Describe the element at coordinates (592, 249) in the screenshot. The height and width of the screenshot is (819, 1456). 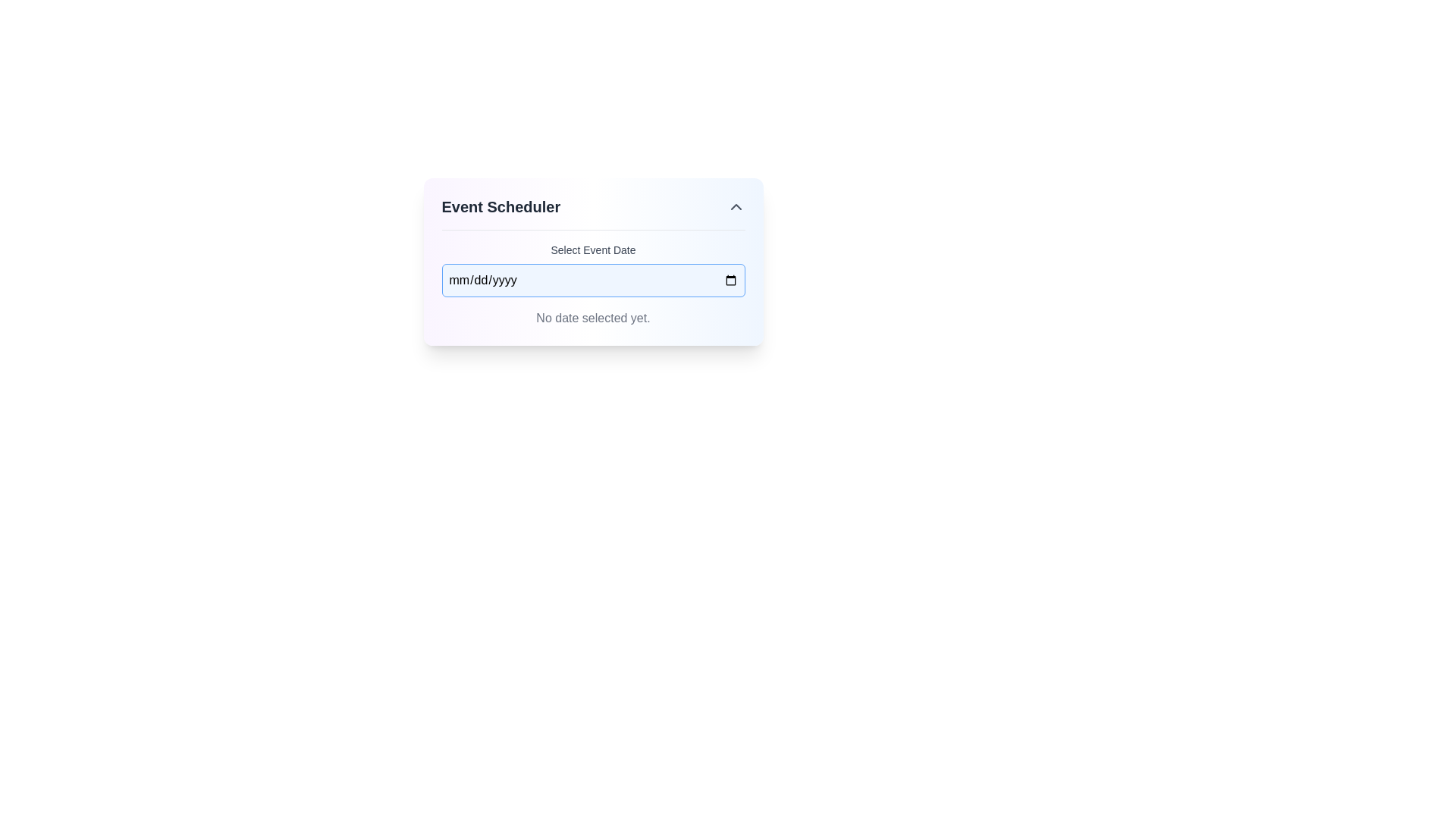
I see `the 'Select Event Date' label` at that location.